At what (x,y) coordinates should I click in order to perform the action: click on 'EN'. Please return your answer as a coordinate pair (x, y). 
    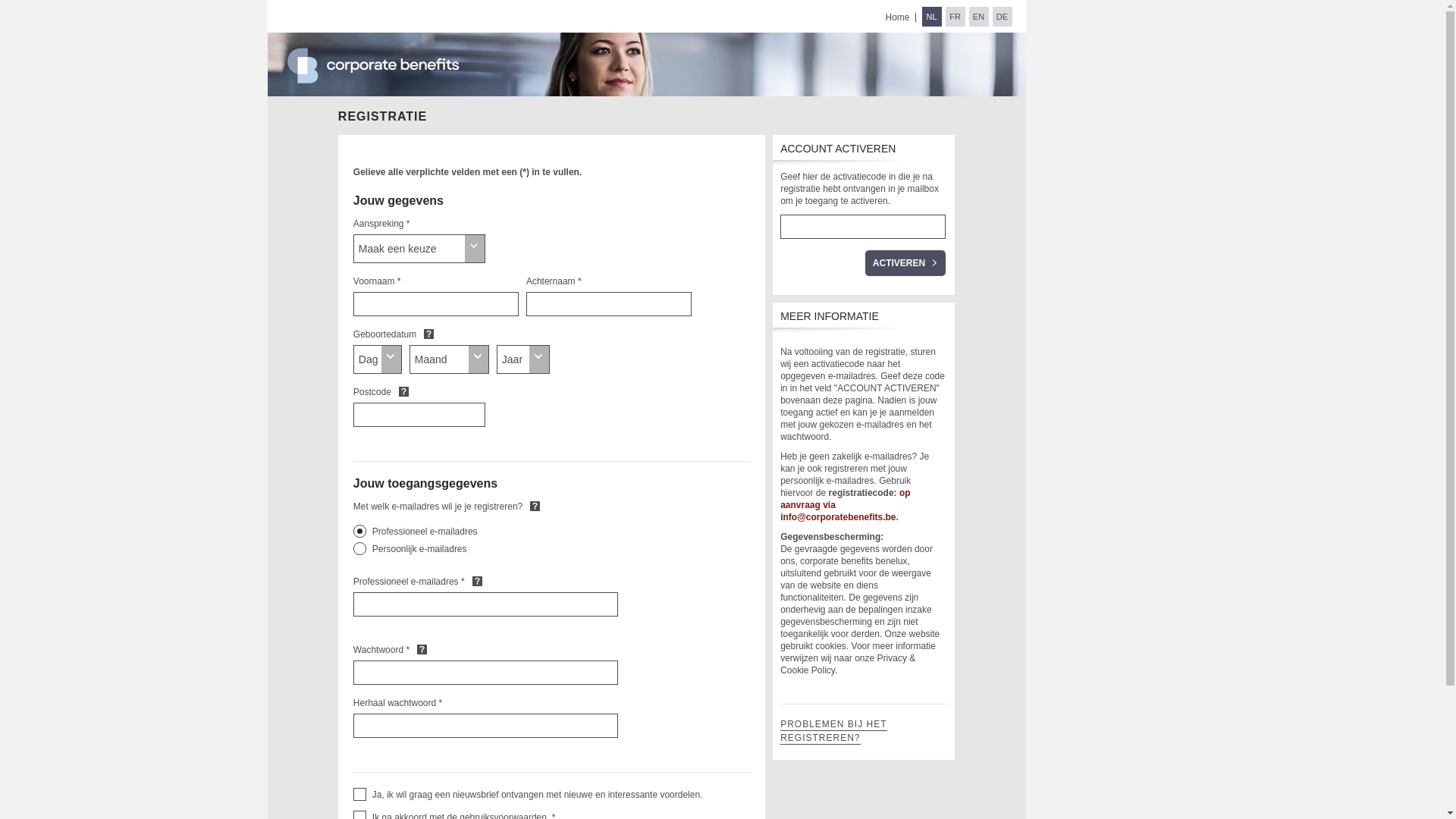
    Looking at the image, I should click on (979, 17).